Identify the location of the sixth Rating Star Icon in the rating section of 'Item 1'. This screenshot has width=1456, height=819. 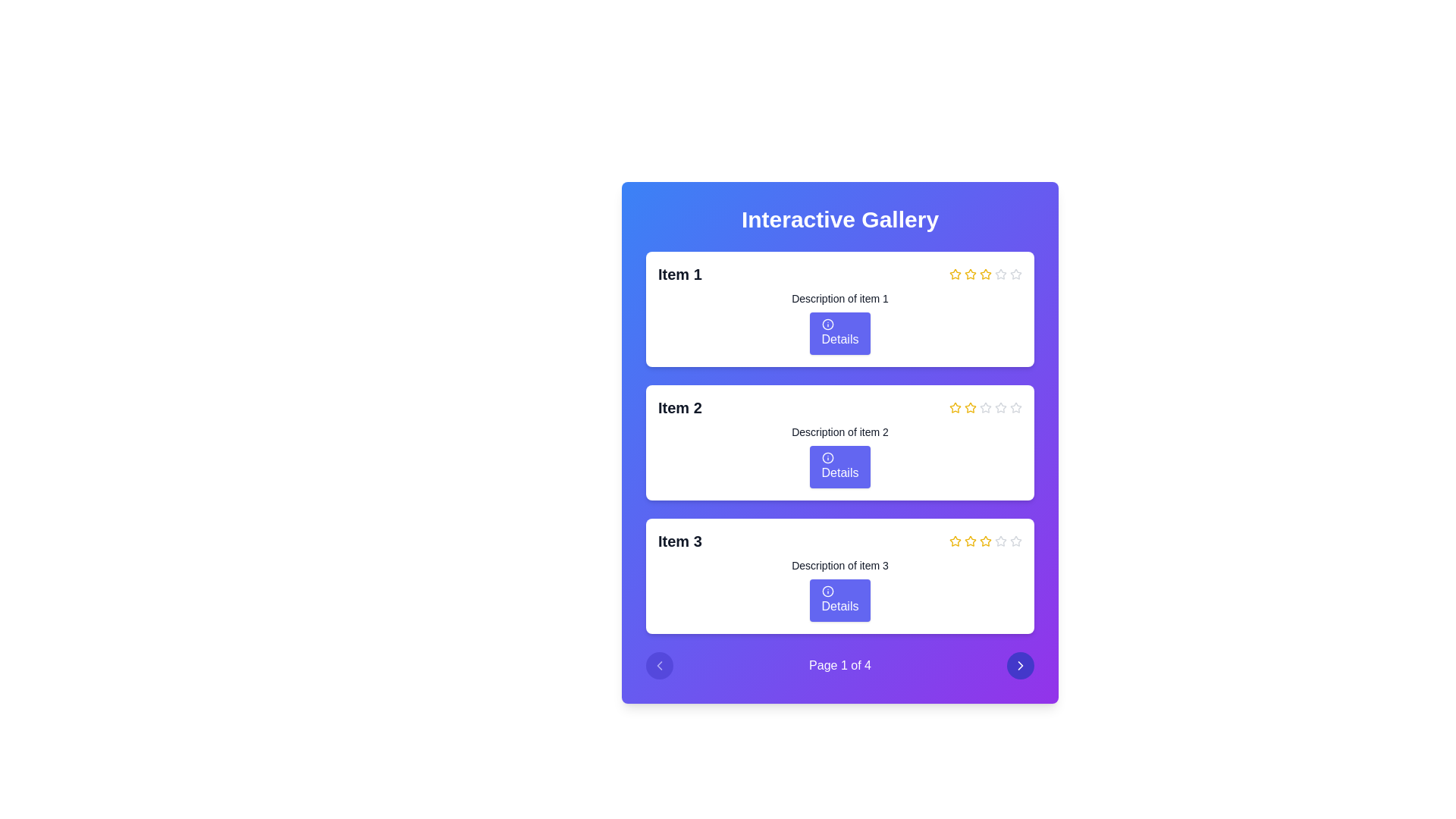
(1001, 275).